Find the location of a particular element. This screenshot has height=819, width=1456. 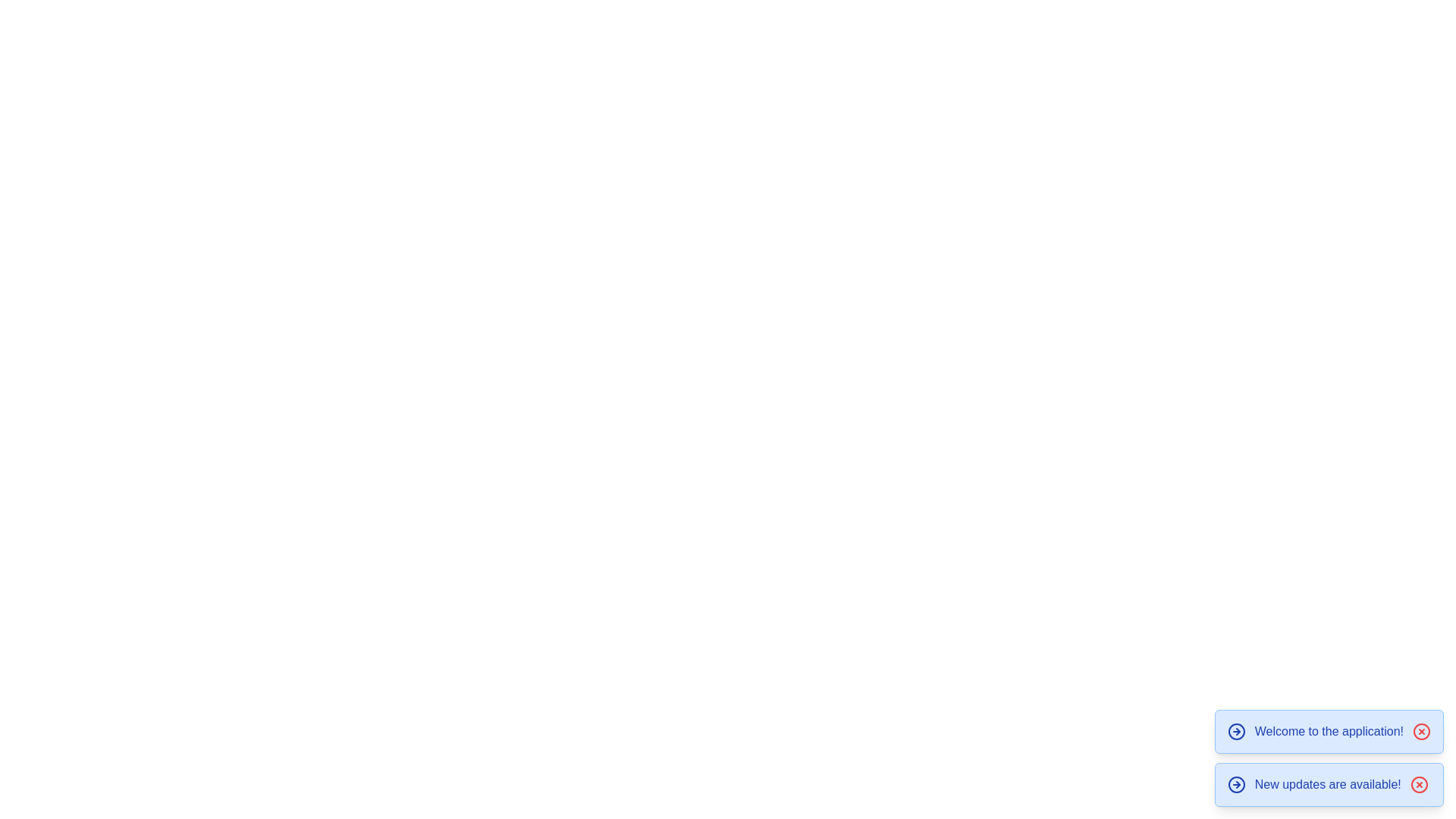

the small circular icon with a rightward-pointing arrow, which is styled with a blue outline and is located at the leftmost edge of the notification box displaying 'Welcome to the application!' is located at coordinates (1236, 730).